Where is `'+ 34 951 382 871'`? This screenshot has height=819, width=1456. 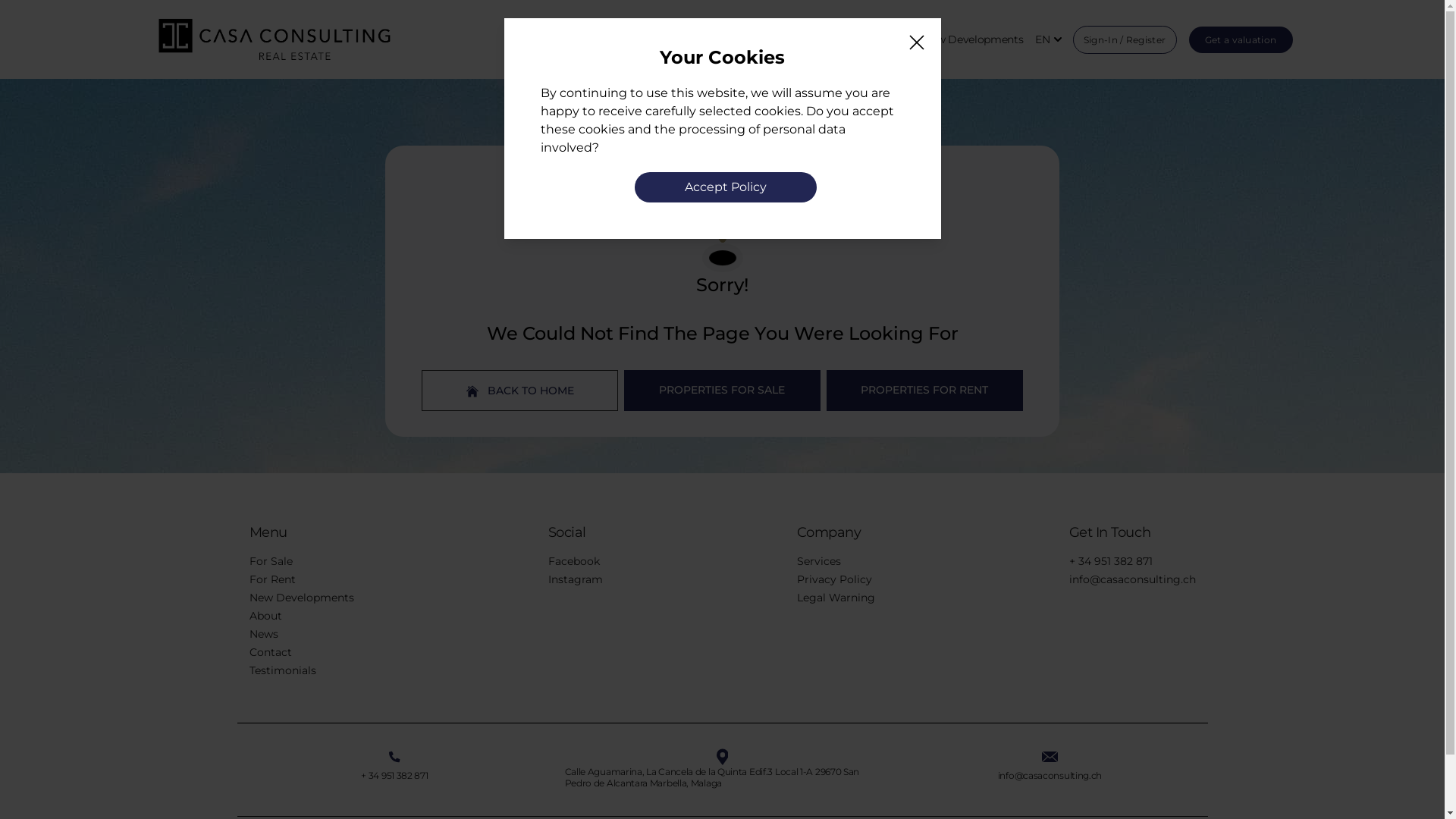
'+ 34 951 382 871' is located at coordinates (394, 775).